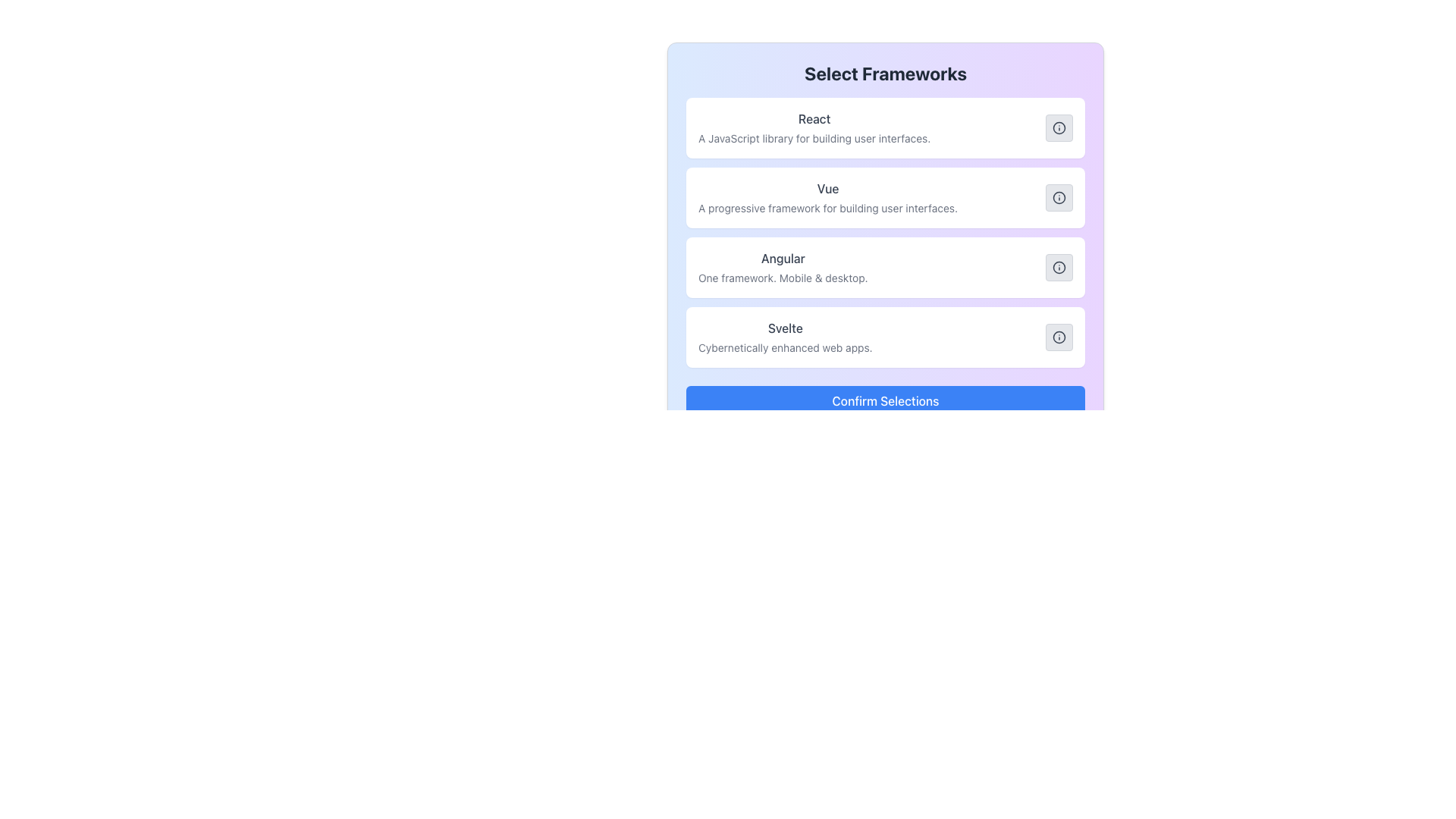 This screenshot has height=819, width=1456. What do you see at coordinates (785, 327) in the screenshot?
I see `title text label for the 'Svelte' framework option, which is the first line of text in the fourth item of the vertical list of framework options` at bounding box center [785, 327].